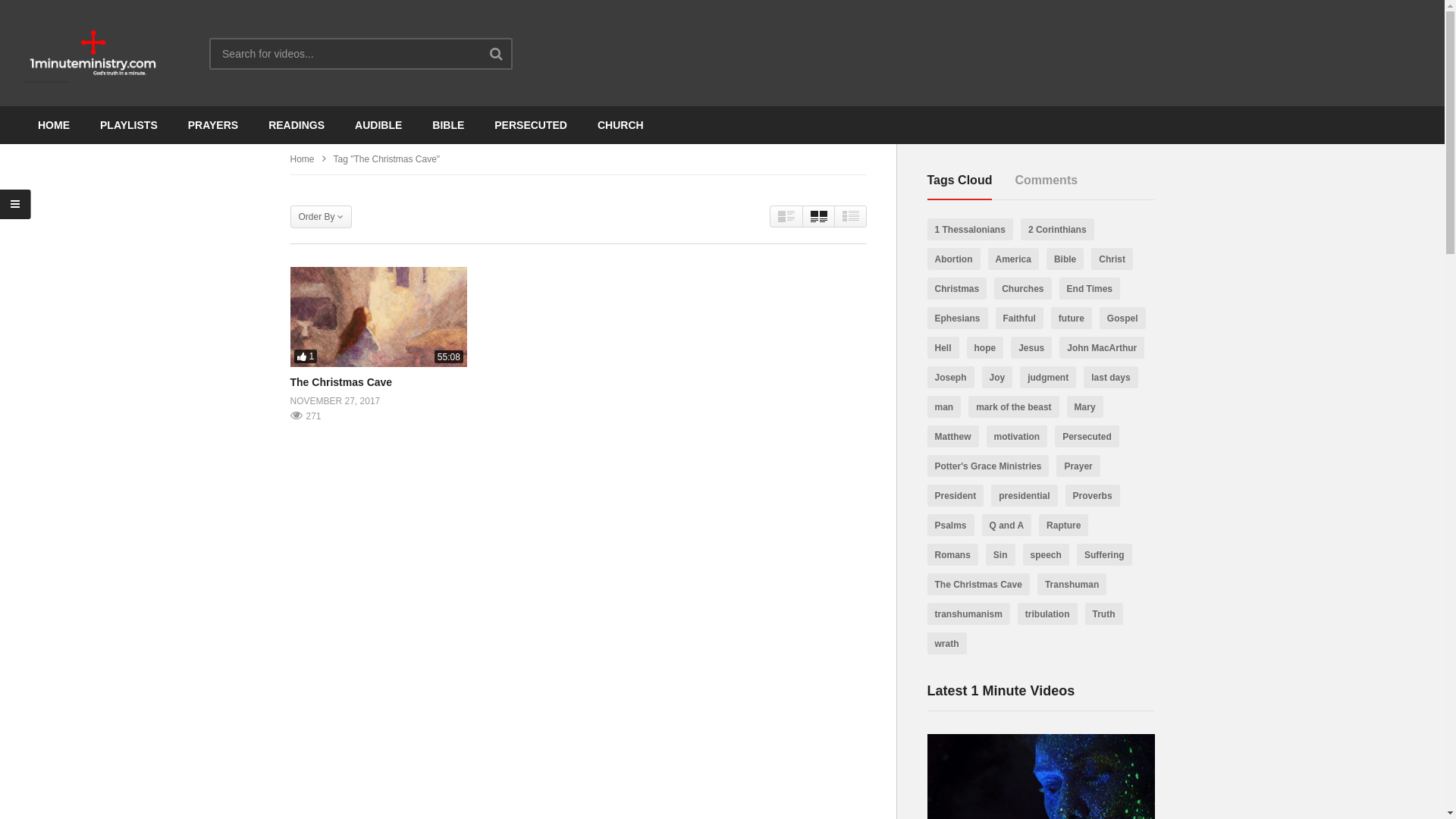  I want to click on 'mark of the beast', so click(1013, 406).